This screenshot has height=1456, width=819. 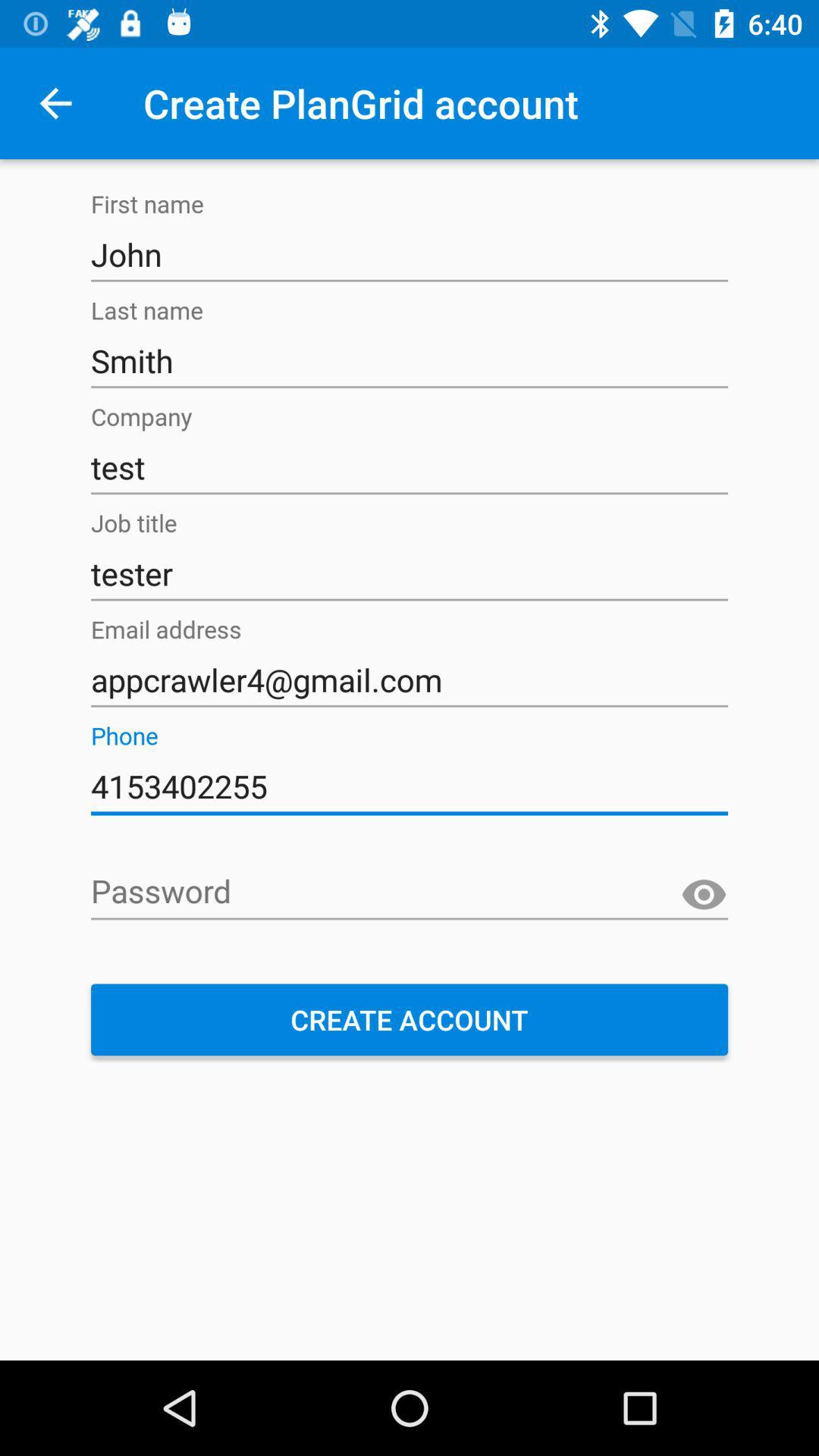 What do you see at coordinates (704, 895) in the screenshot?
I see `show password` at bounding box center [704, 895].